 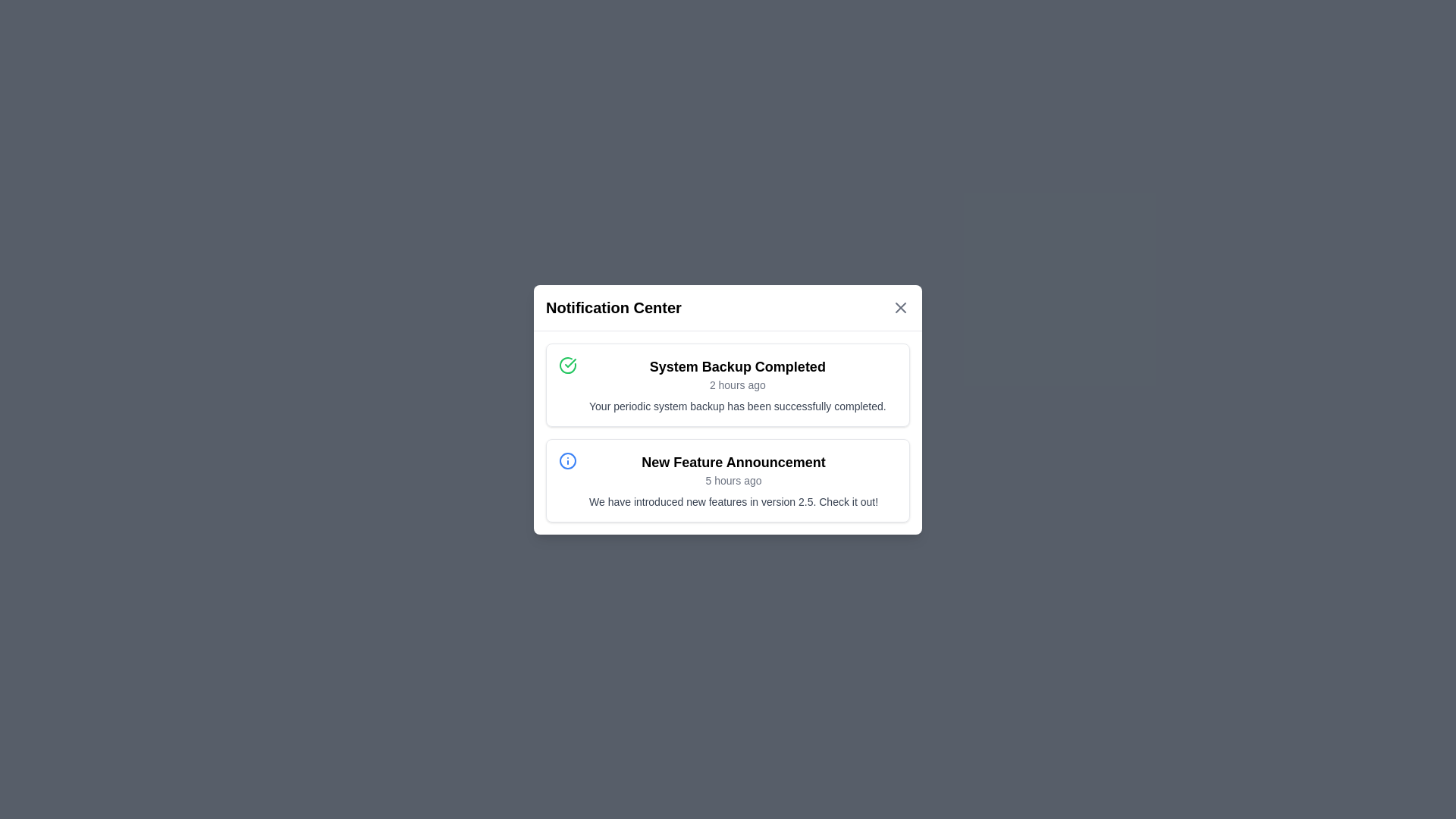 What do you see at coordinates (737, 384) in the screenshot?
I see `timestamp text indicating when the system backup was completed, which is centrally located in the notification card below the title 'System Backup Completed' and above the description text` at bounding box center [737, 384].